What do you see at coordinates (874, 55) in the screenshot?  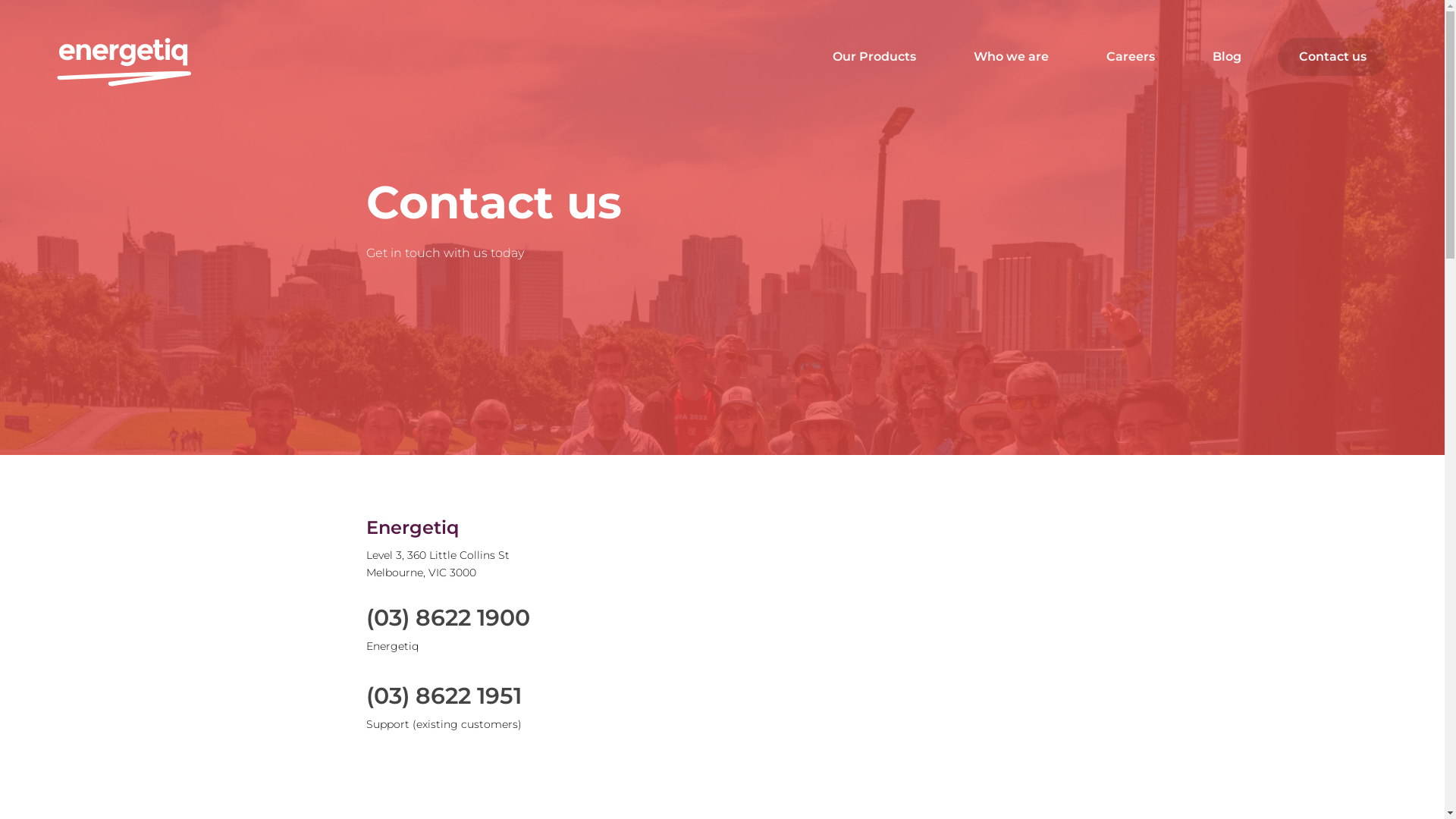 I see `'Our Products'` at bounding box center [874, 55].